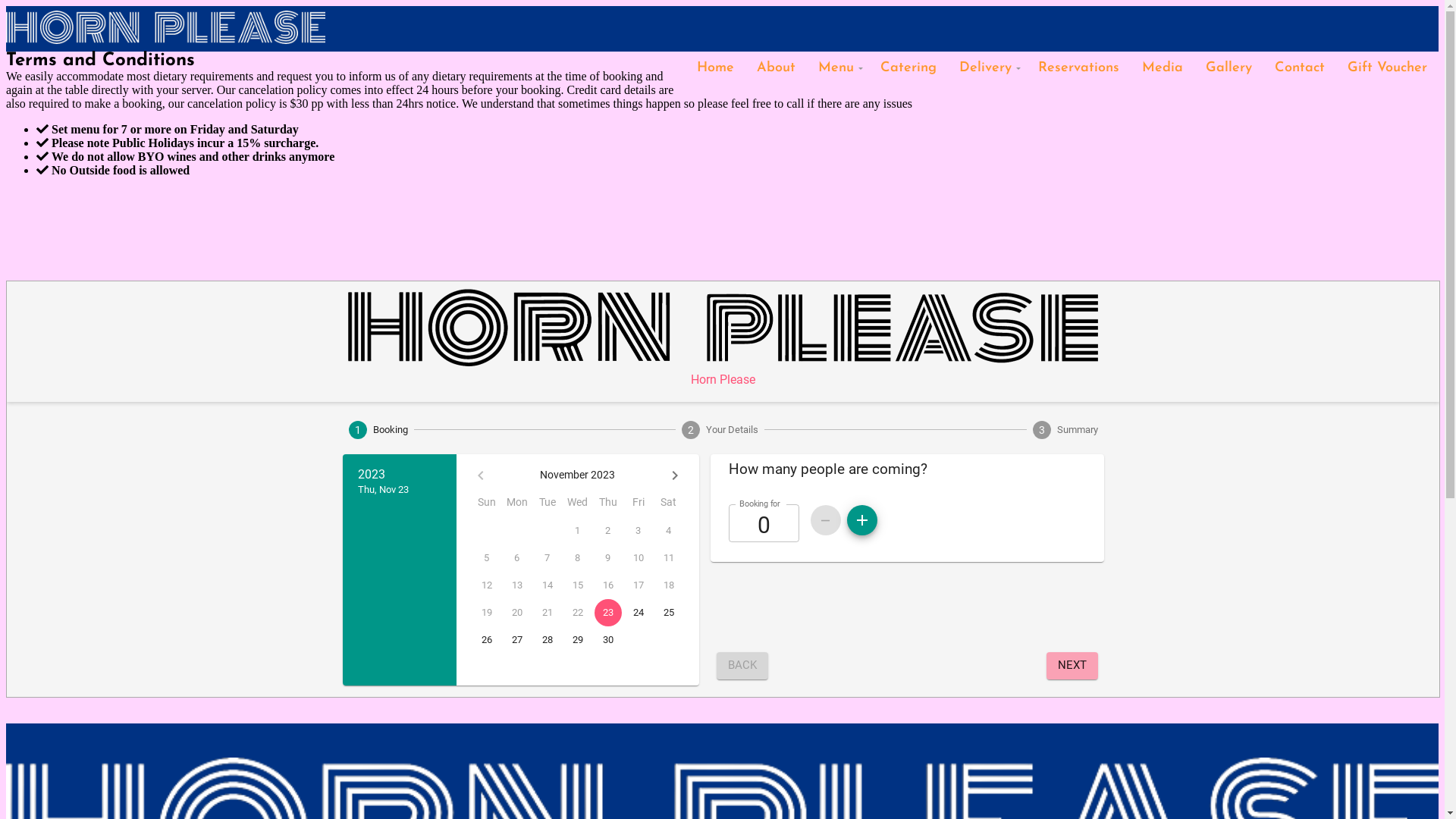  I want to click on 'Catering', so click(908, 67).